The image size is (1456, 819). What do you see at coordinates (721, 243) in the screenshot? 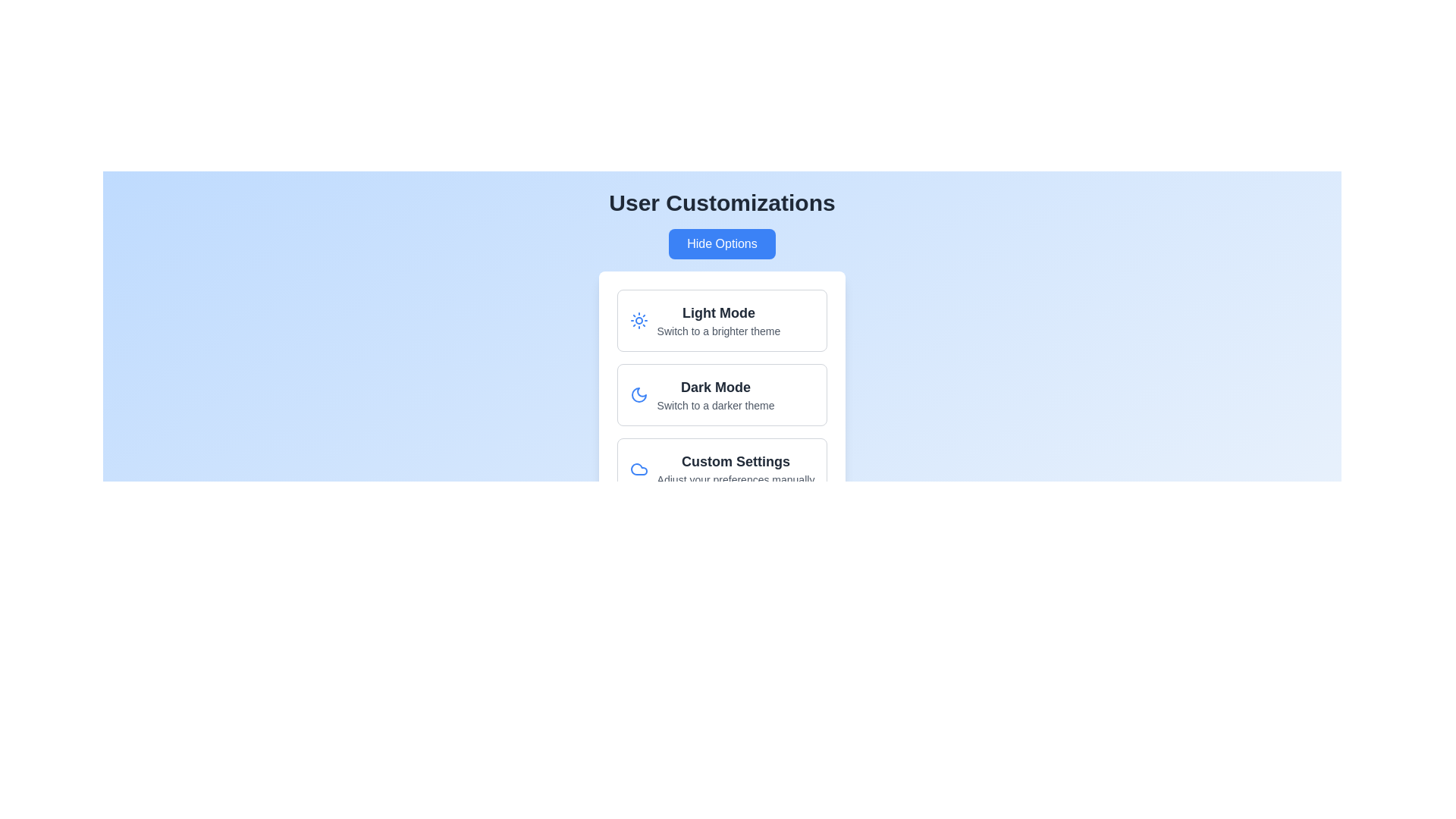
I see `the 'Hide Options' button to toggle the visibility of the options menu` at bounding box center [721, 243].